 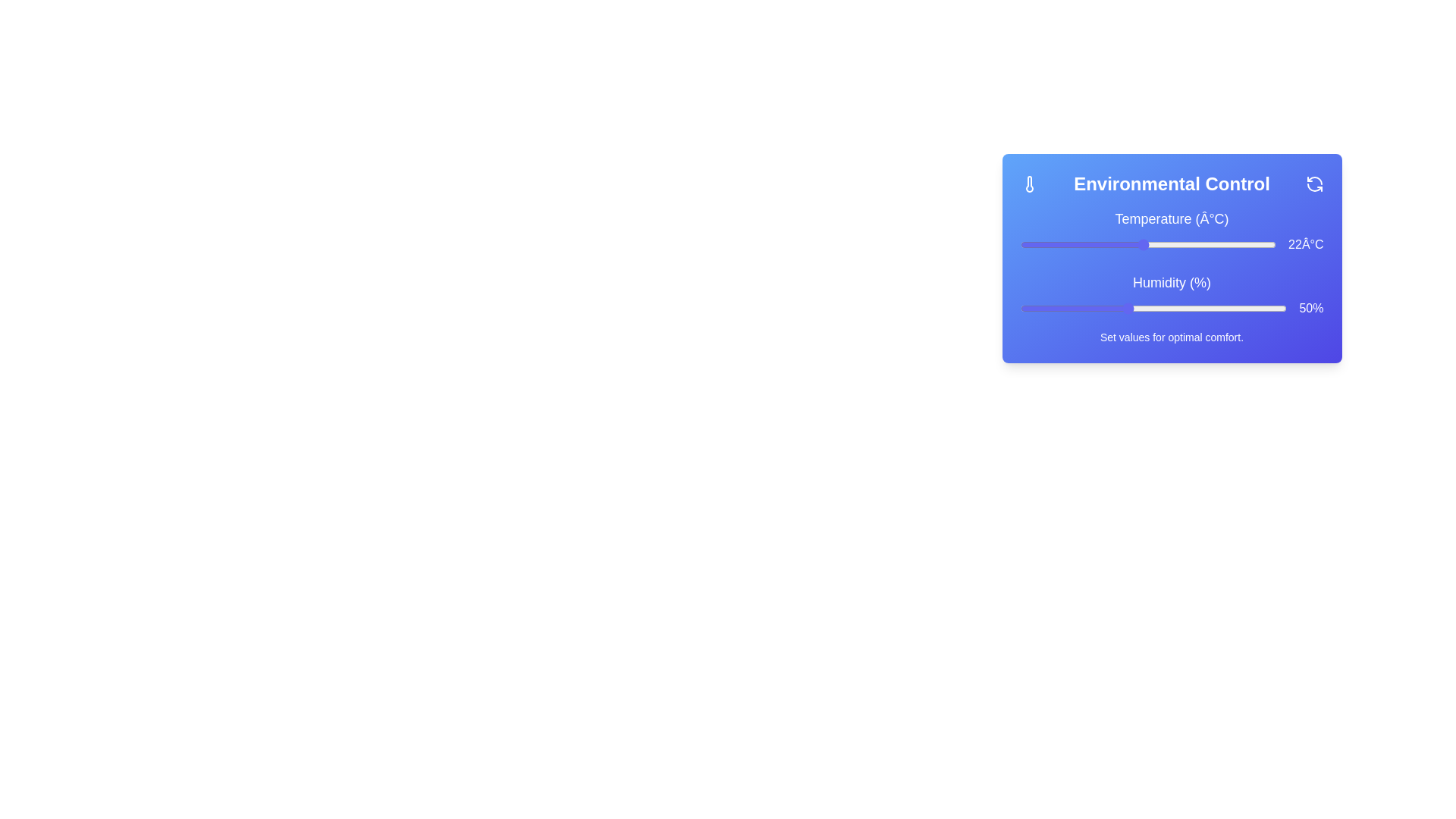 I want to click on the temperature slider to set the temperature to 22°C, so click(x=1143, y=244).